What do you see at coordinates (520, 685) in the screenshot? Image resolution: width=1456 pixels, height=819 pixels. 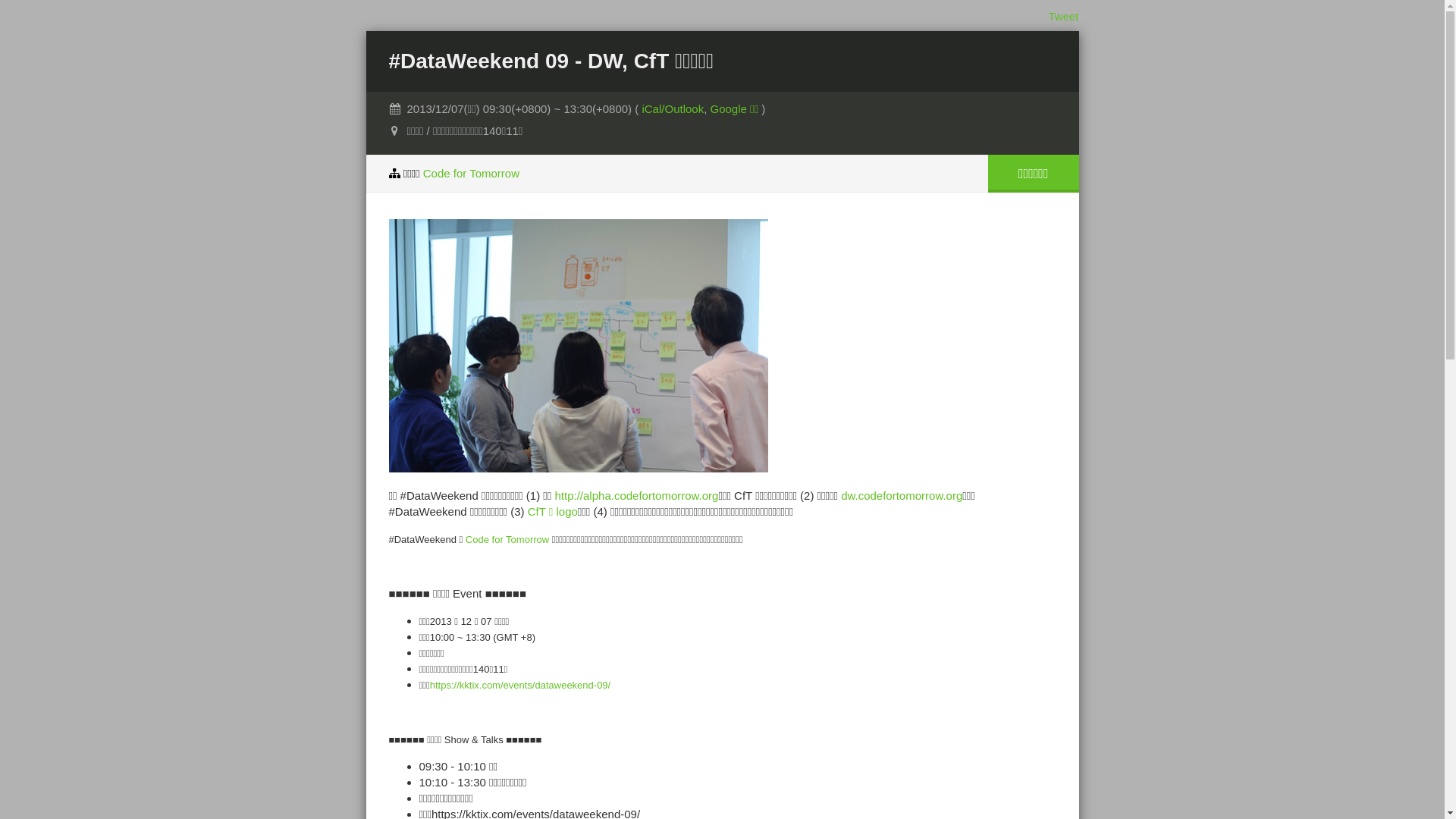 I see `'https://kktix.com/events/dataweekend-09/'` at bounding box center [520, 685].